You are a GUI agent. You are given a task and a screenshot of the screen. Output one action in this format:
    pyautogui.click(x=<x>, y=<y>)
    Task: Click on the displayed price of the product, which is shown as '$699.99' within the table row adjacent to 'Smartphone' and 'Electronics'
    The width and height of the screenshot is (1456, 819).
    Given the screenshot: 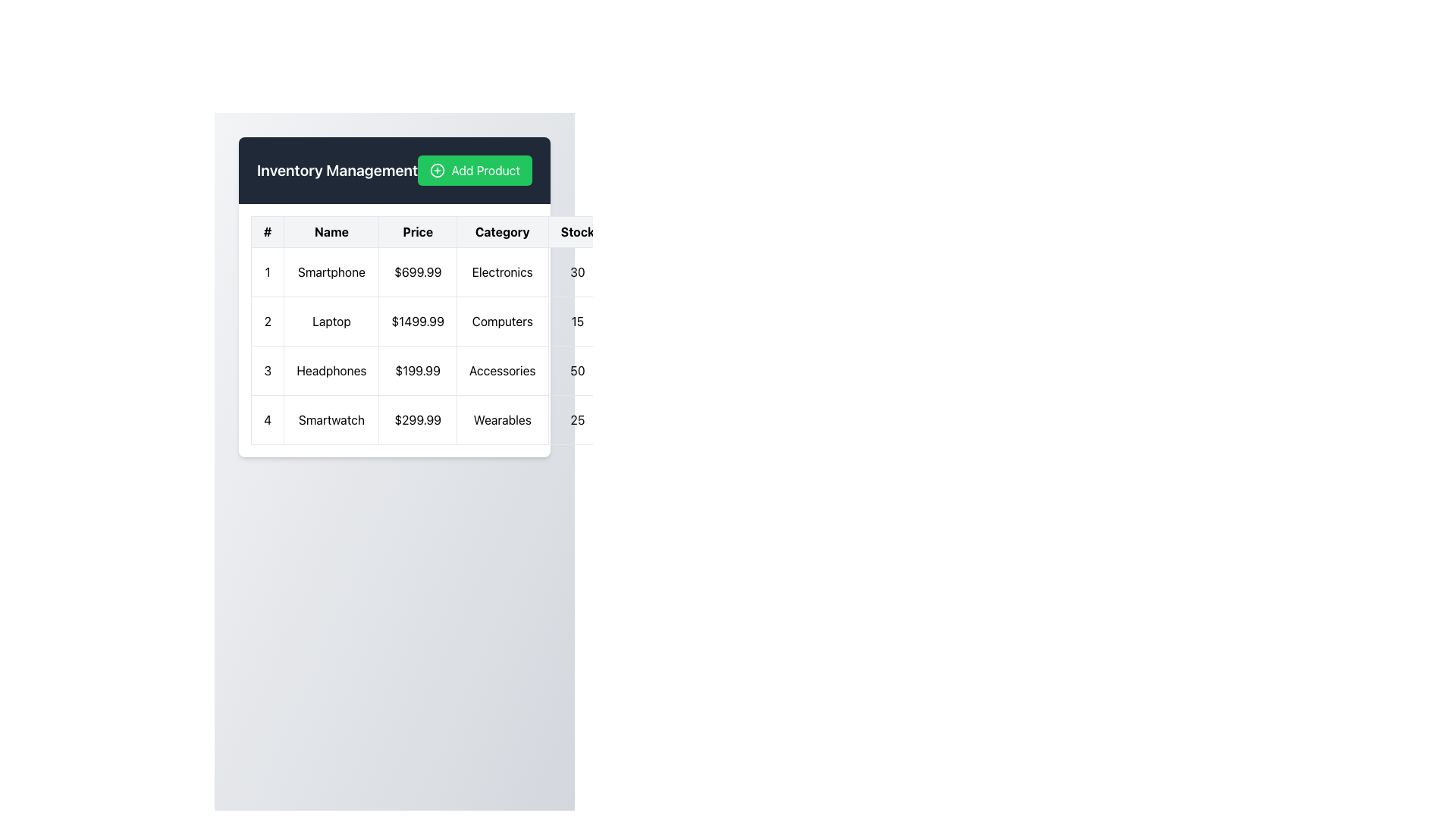 What is the action you would take?
    pyautogui.click(x=418, y=271)
    